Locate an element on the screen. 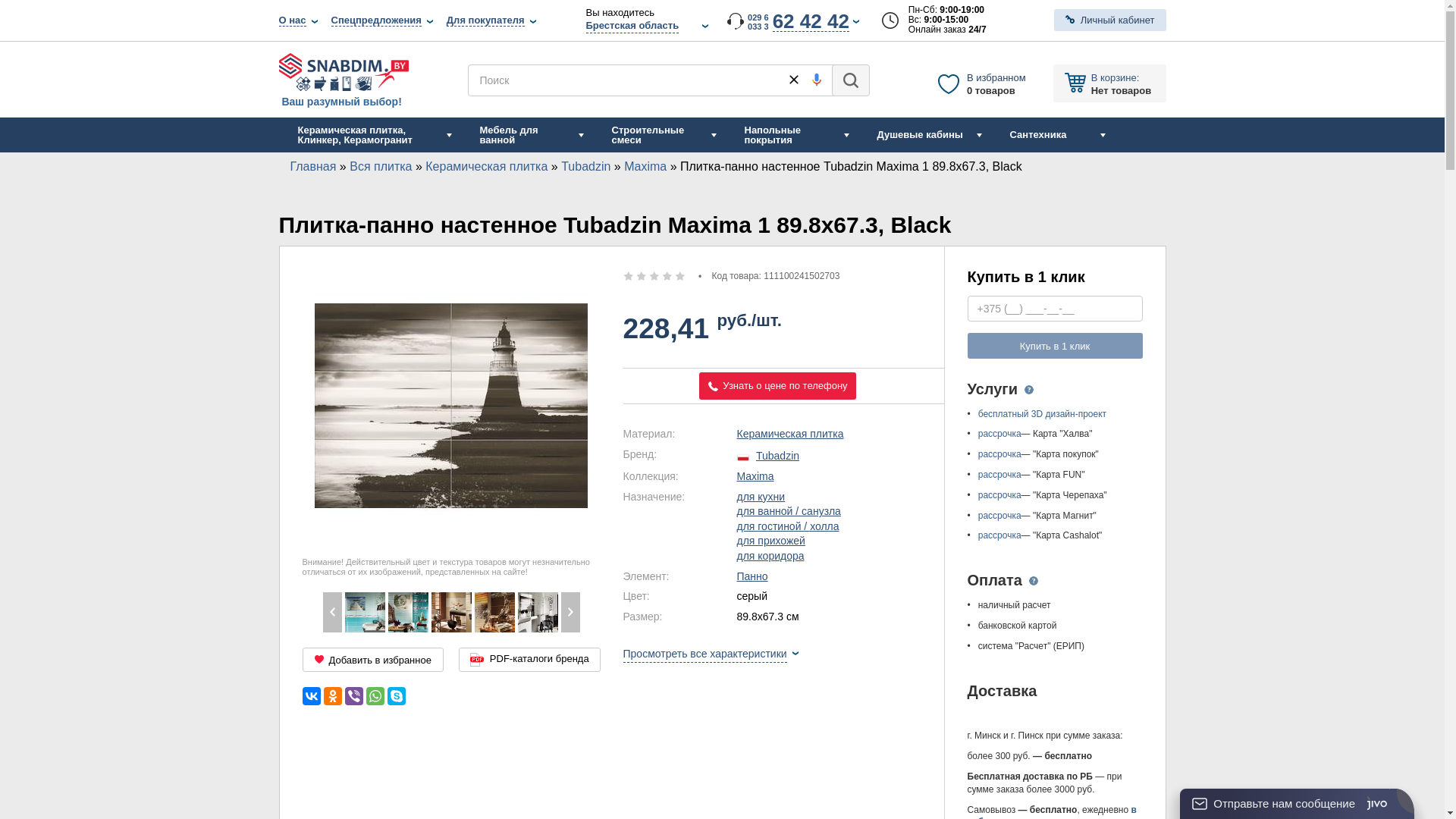 This screenshot has width=1456, height=819. 'Next' is located at coordinates (570, 611).